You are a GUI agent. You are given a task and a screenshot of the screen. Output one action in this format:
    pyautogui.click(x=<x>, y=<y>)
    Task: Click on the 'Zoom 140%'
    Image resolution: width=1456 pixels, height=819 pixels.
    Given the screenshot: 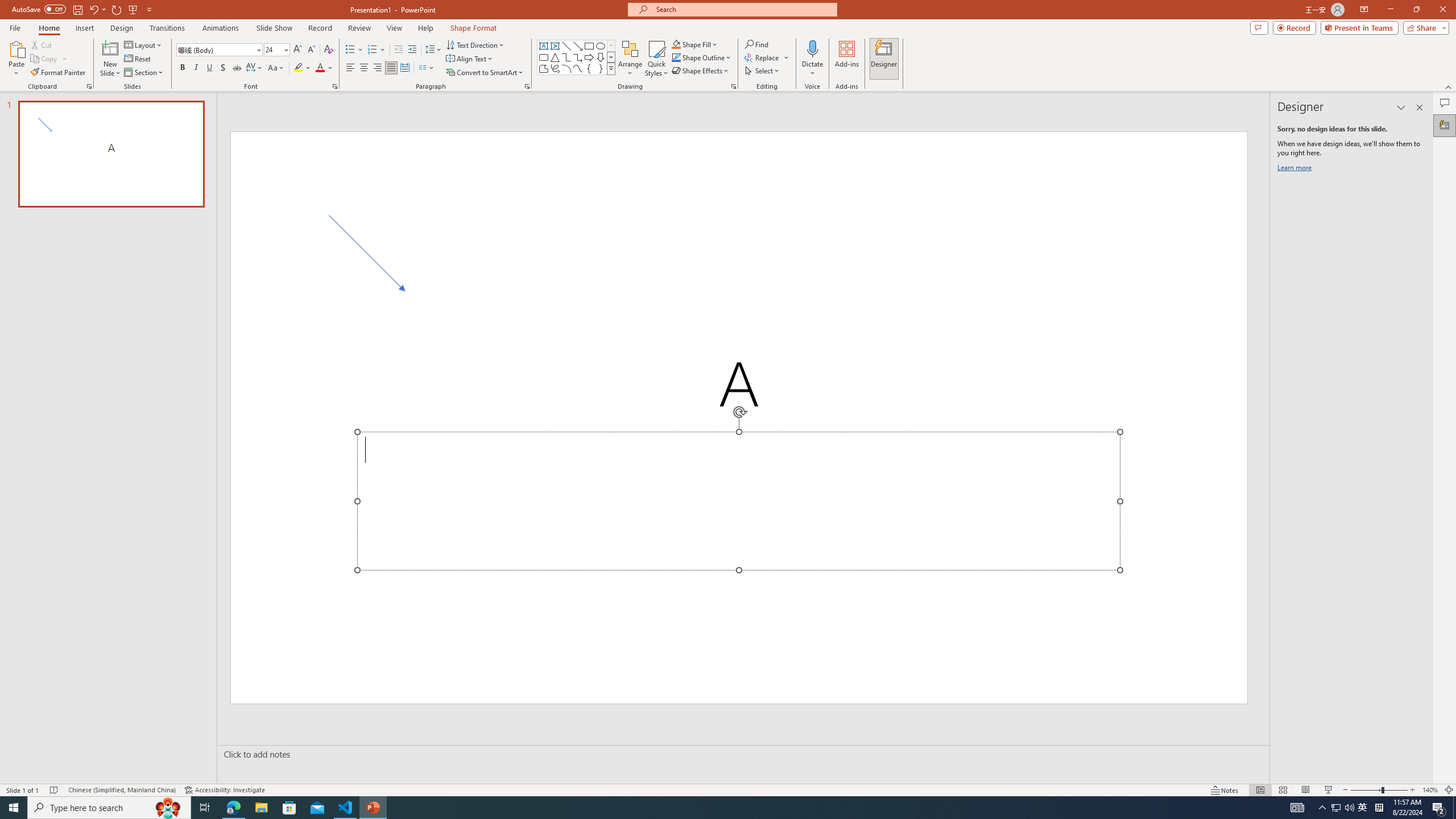 What is the action you would take?
    pyautogui.click(x=1430, y=790)
    